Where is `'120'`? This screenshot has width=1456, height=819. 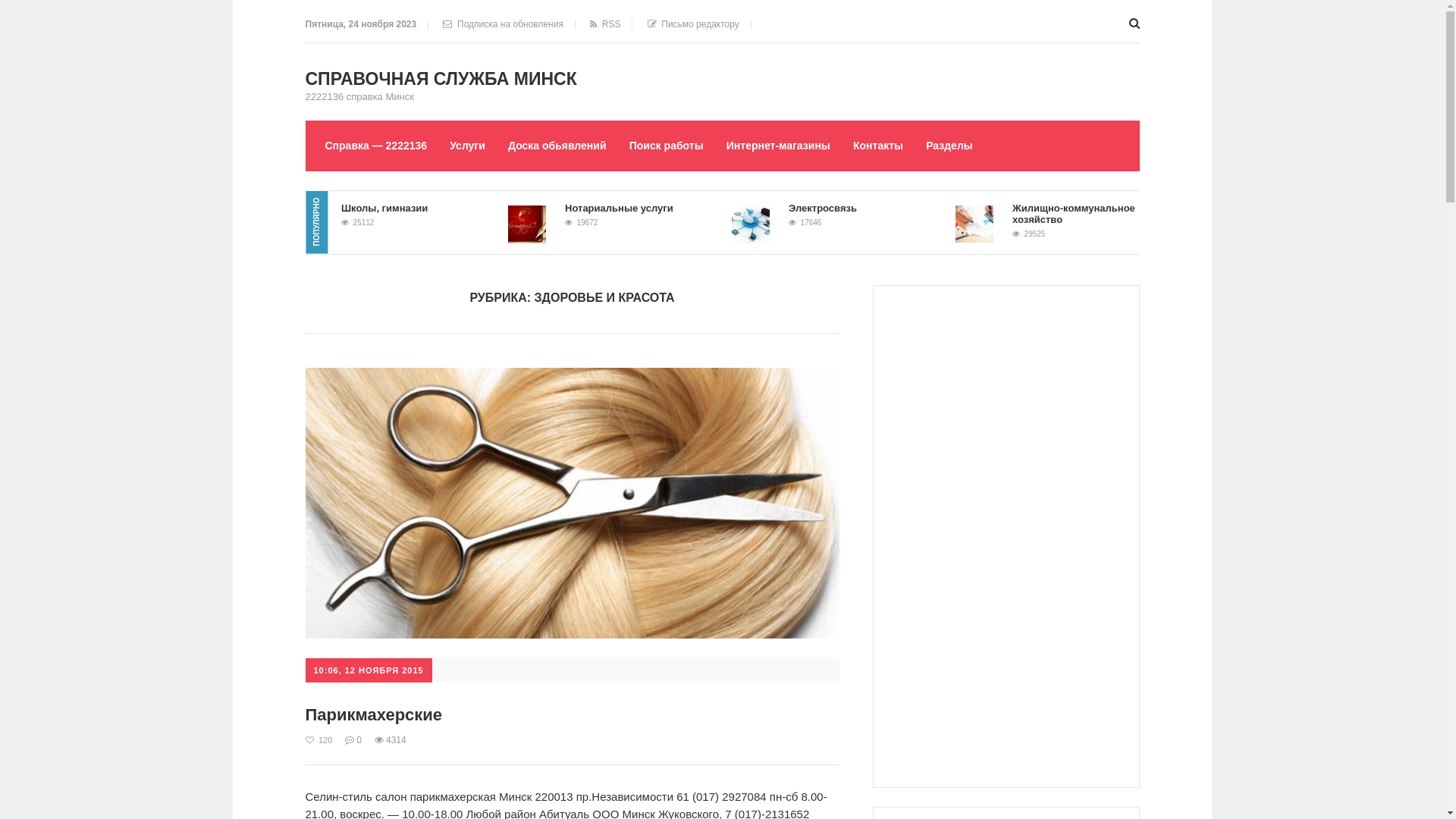
'120' is located at coordinates (318, 739).